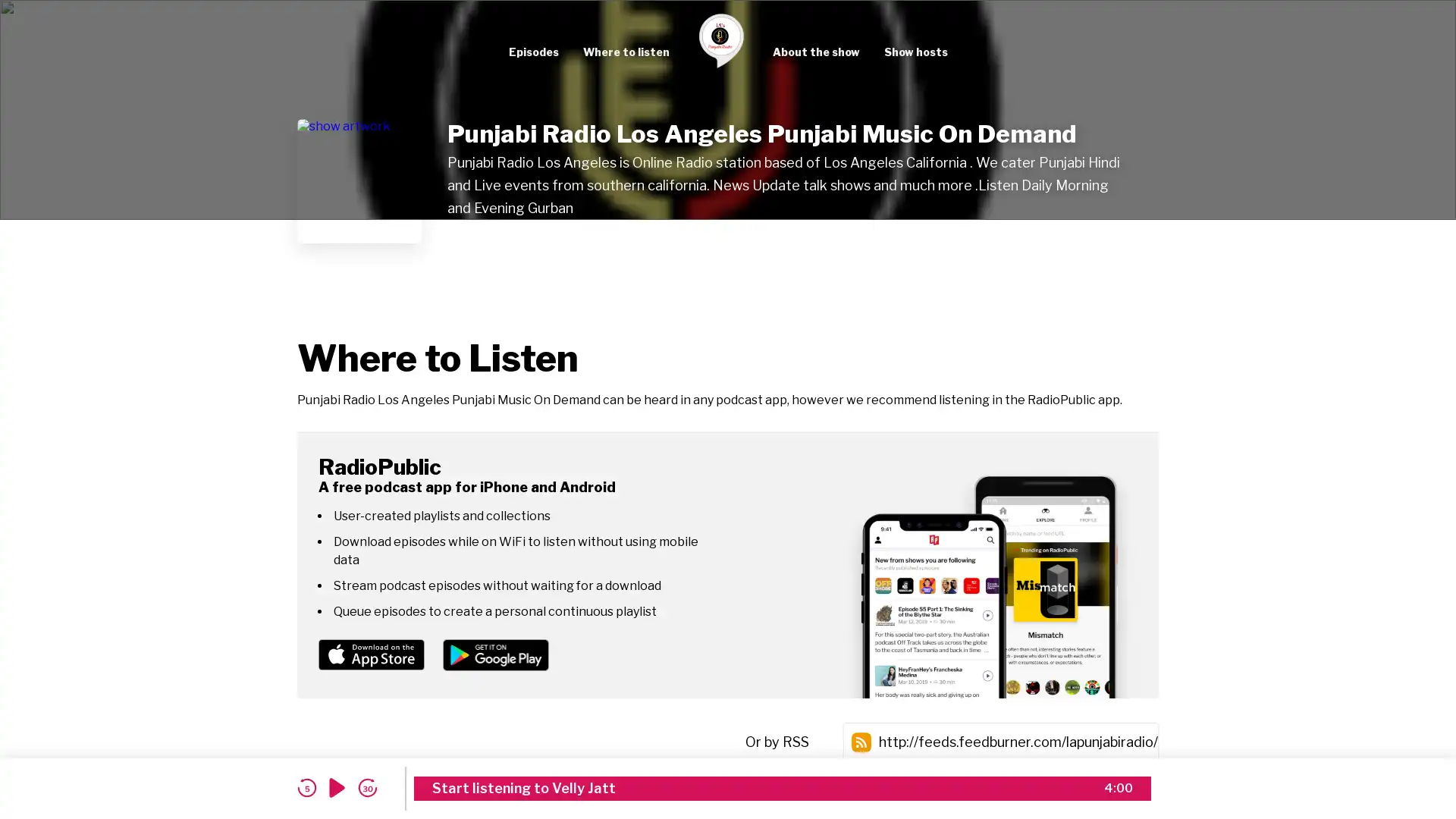 The image size is (1456, 819). I want to click on skip forward 30 seconds, so click(367, 787).